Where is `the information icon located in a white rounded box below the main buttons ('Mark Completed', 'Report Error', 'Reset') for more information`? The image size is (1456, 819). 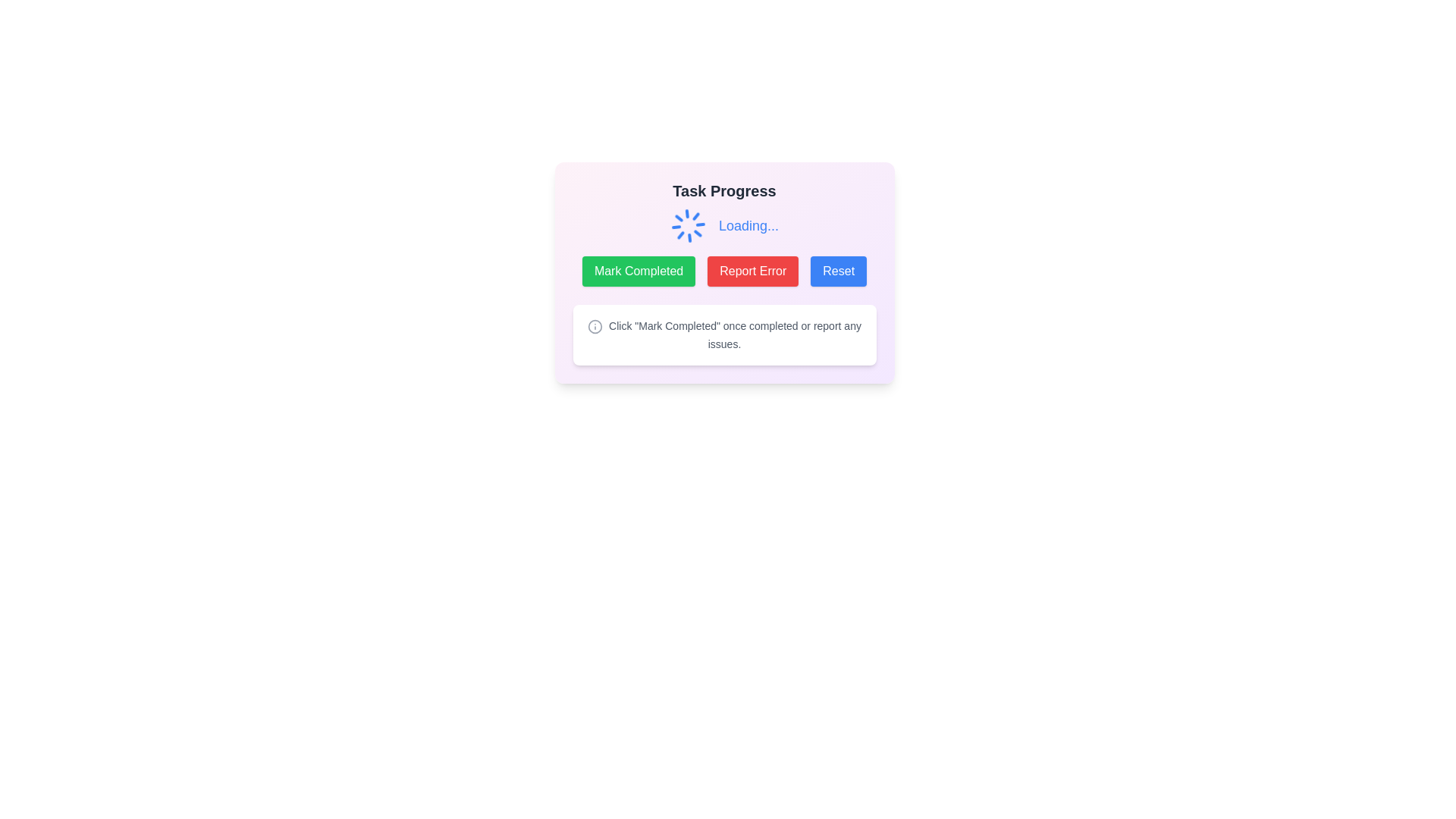 the information icon located in a white rounded box below the main buttons ('Mark Completed', 'Report Error', 'Reset') for more information is located at coordinates (595, 325).